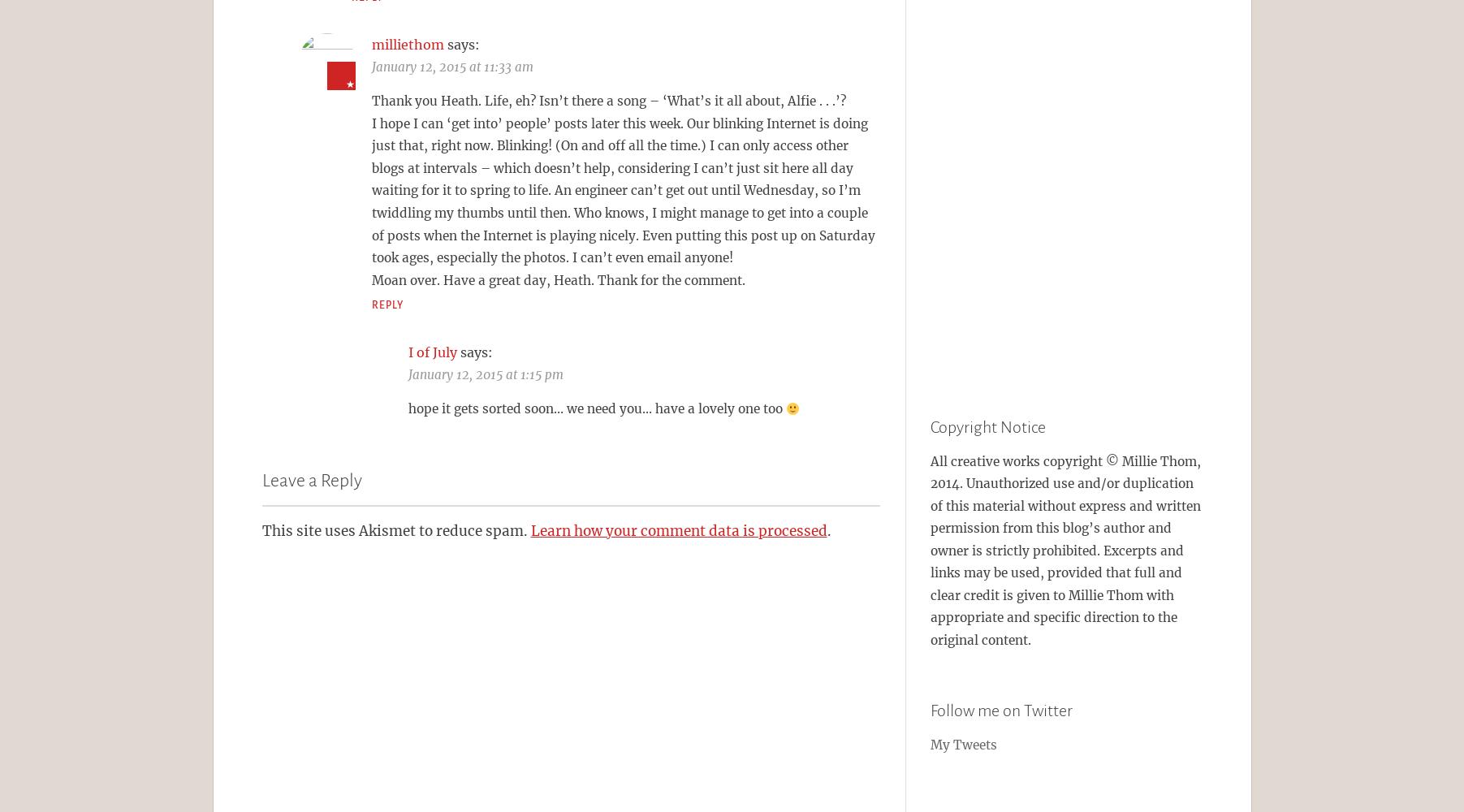  What do you see at coordinates (406, 408) in the screenshot?
I see `'hope it gets sorted soon… we need you… have a lovely one too'` at bounding box center [406, 408].